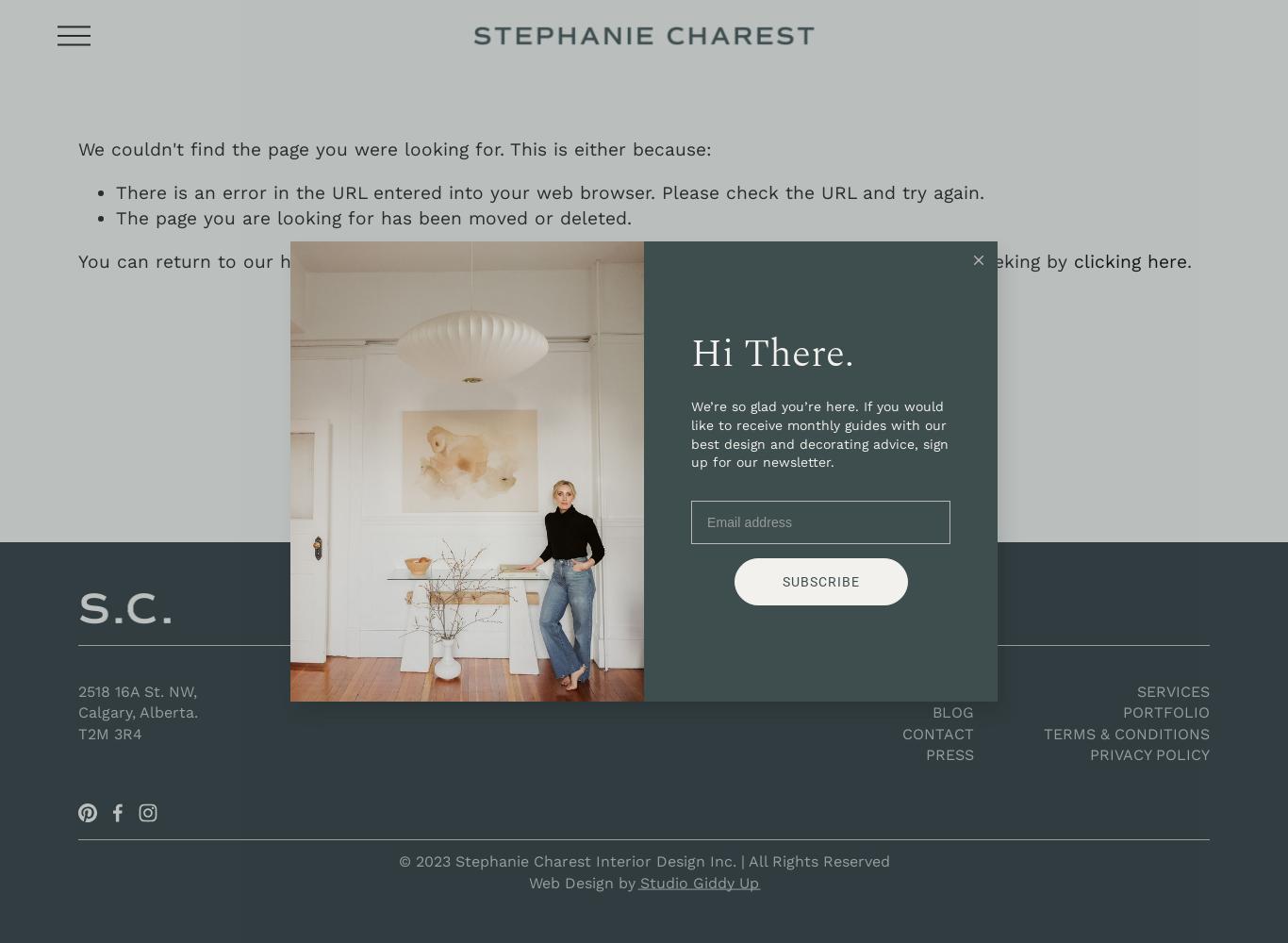 The width and height of the screenshot is (1288, 943). What do you see at coordinates (393, 148) in the screenshot?
I see `'We couldn't find the page you were looking for. This is either because:'` at bounding box center [393, 148].